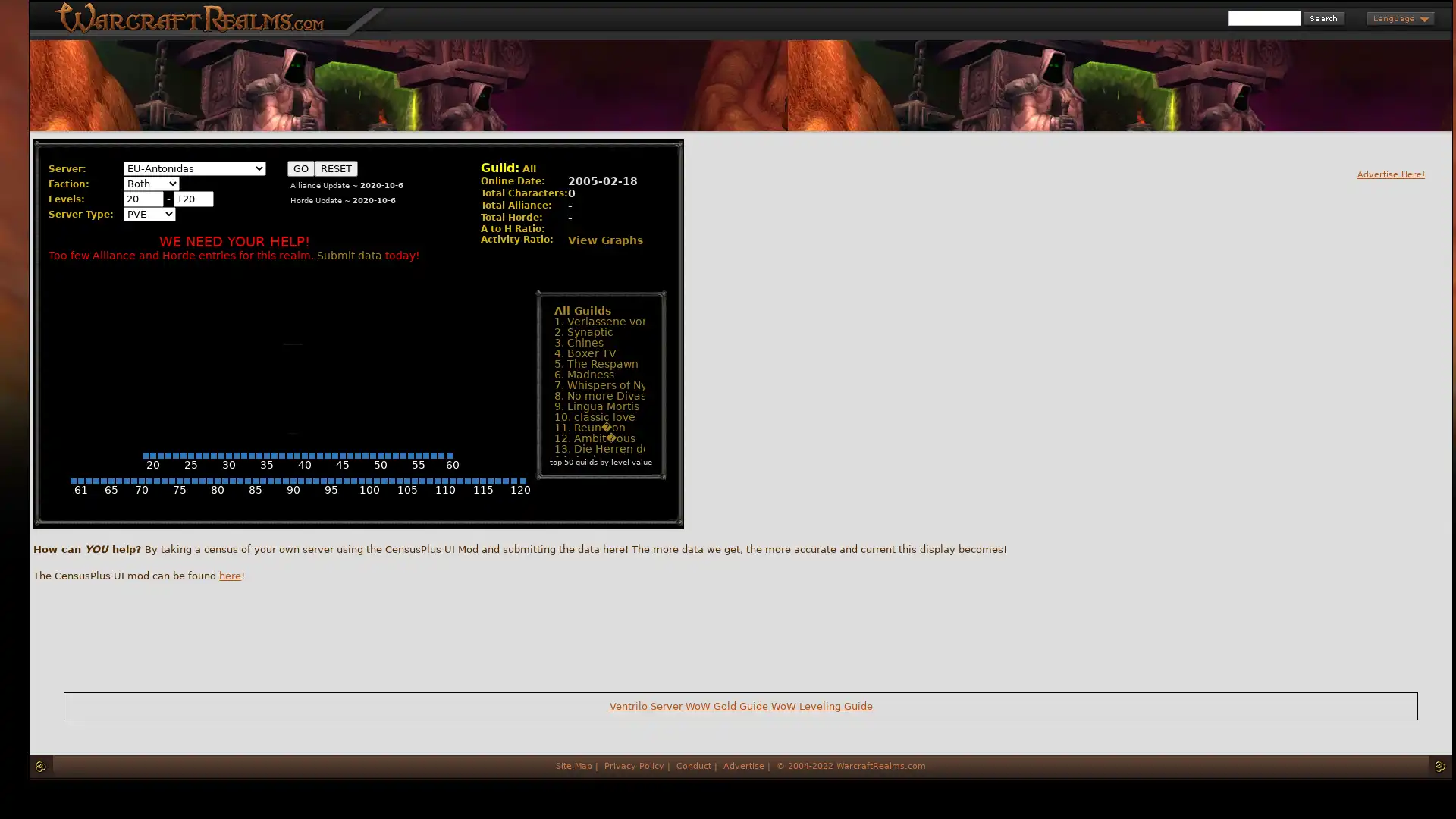 The height and width of the screenshot is (819, 1456). Describe the element at coordinates (1323, 18) in the screenshot. I see `Search` at that location.